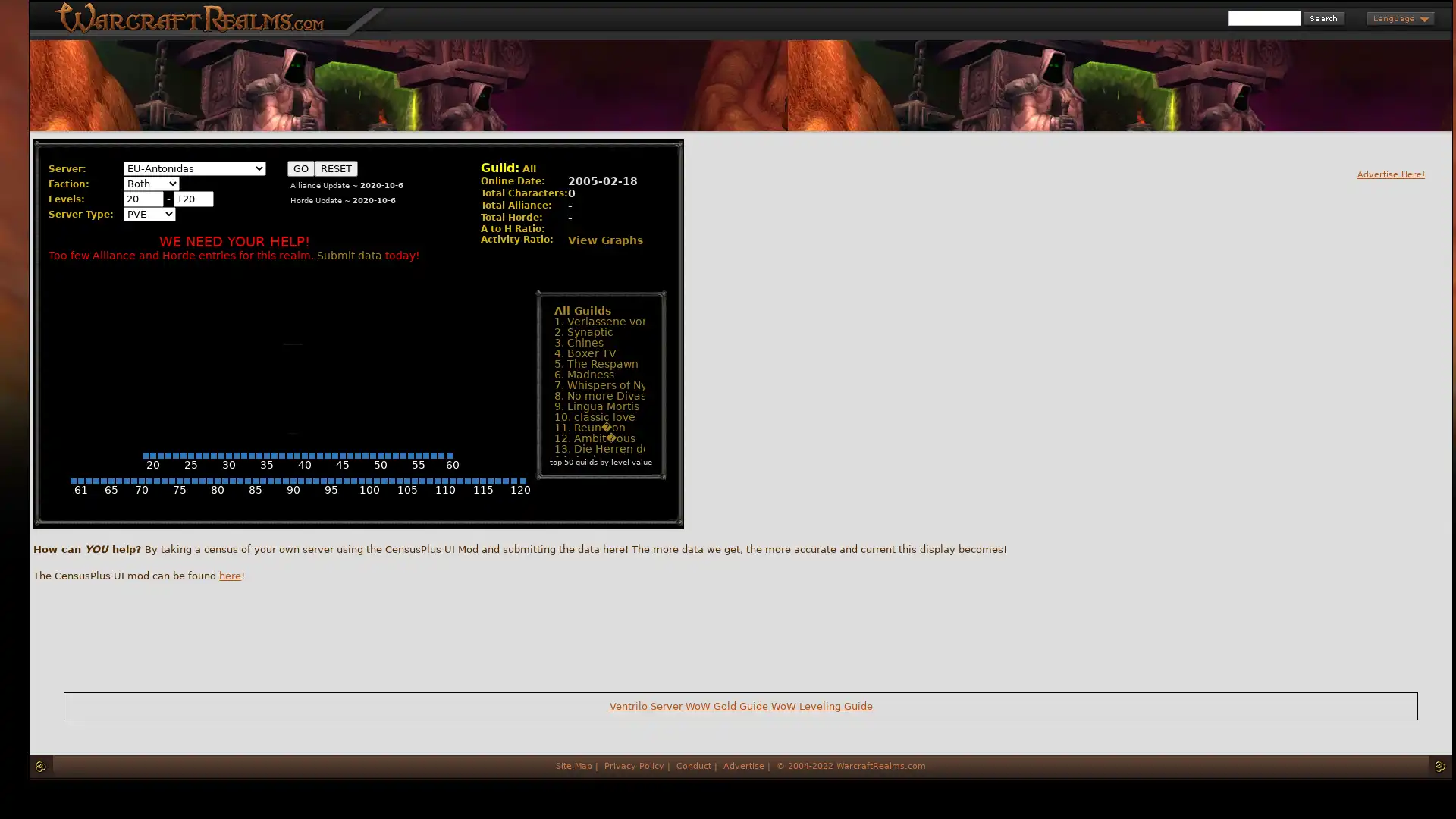 The height and width of the screenshot is (819, 1456). Describe the element at coordinates (1323, 18) in the screenshot. I see `Search` at that location.